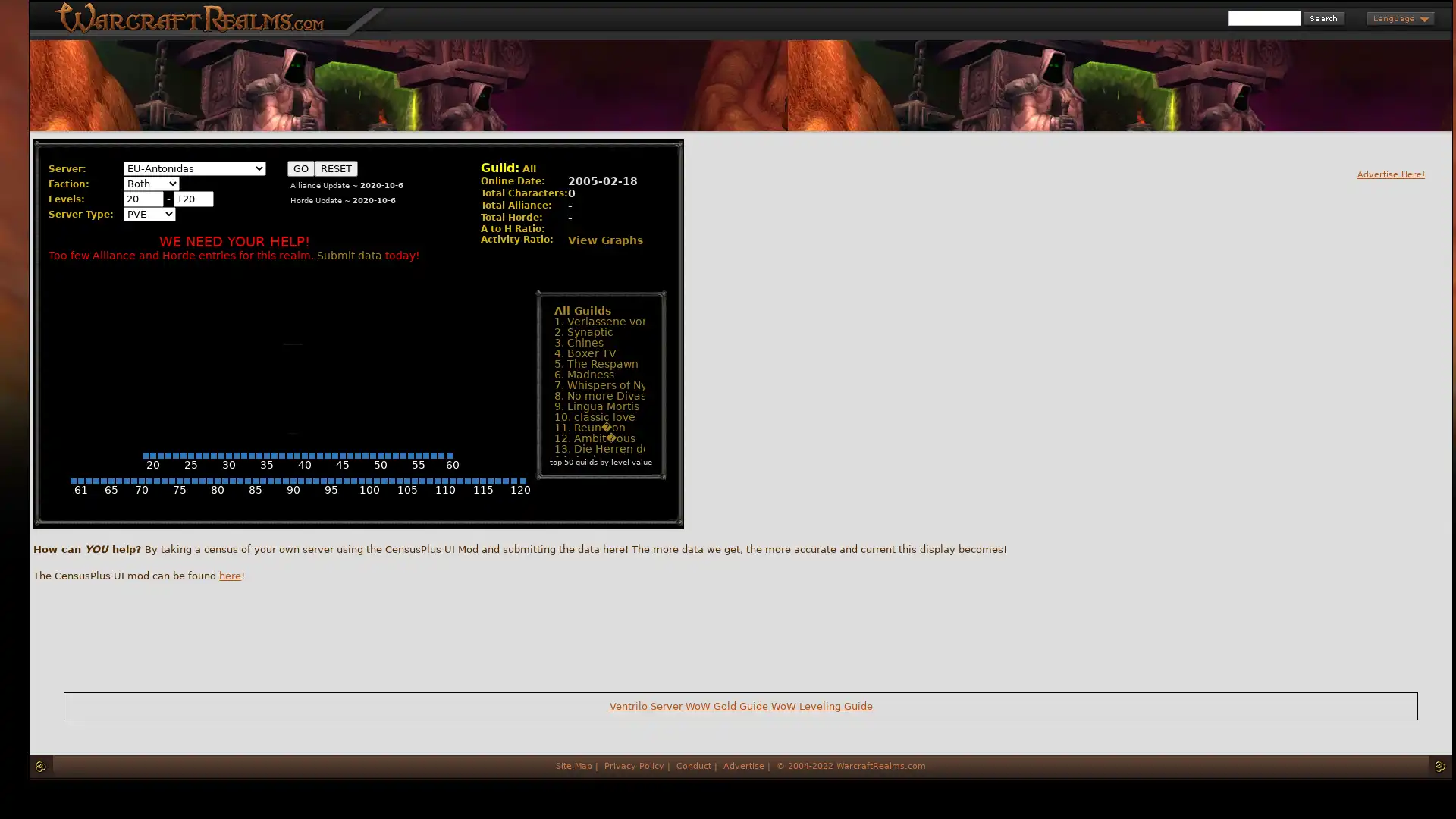 The height and width of the screenshot is (819, 1456). Describe the element at coordinates (1323, 18) in the screenshot. I see `Search` at that location.